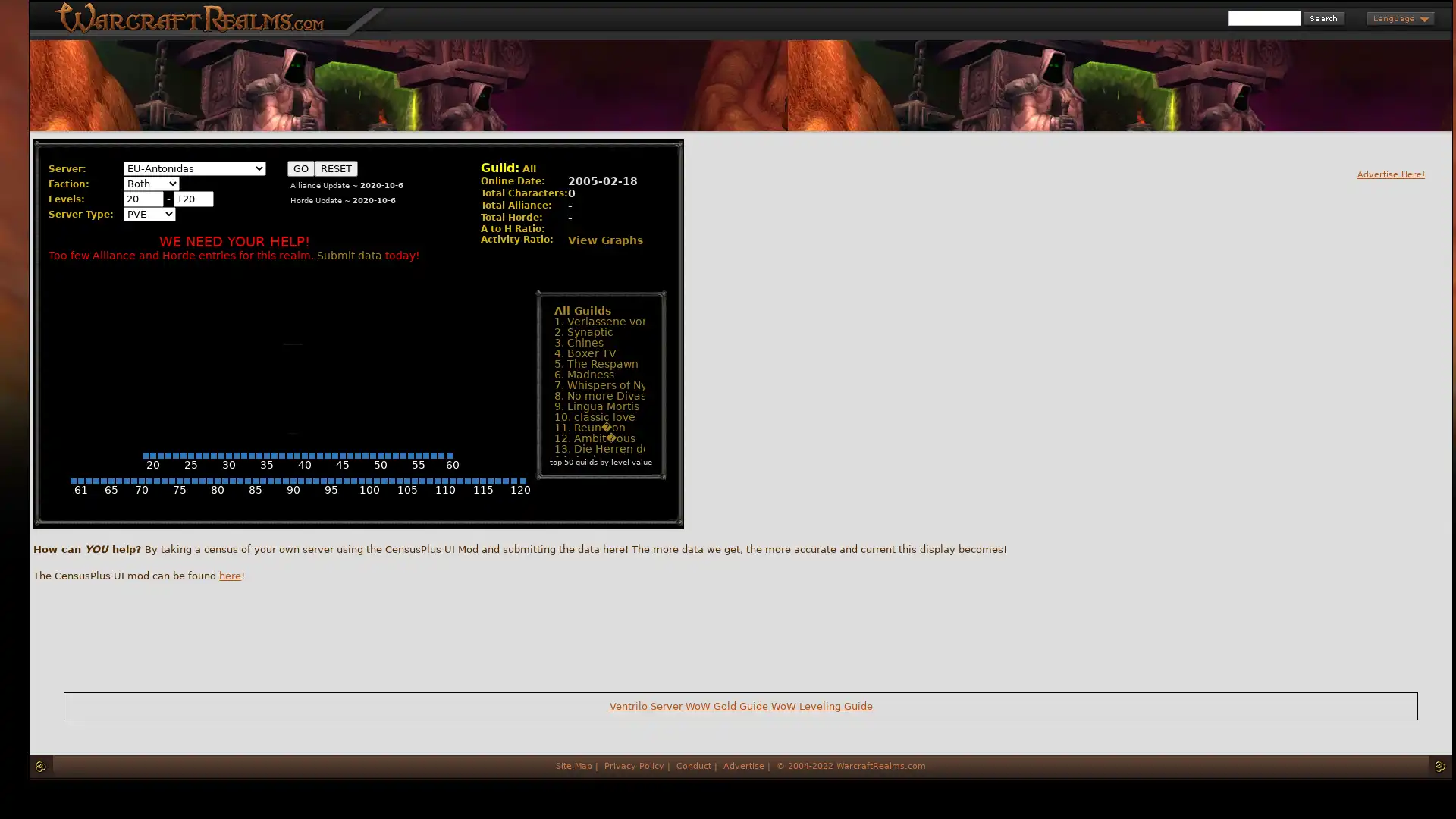 The height and width of the screenshot is (819, 1456). Describe the element at coordinates (1323, 18) in the screenshot. I see `Search` at that location.